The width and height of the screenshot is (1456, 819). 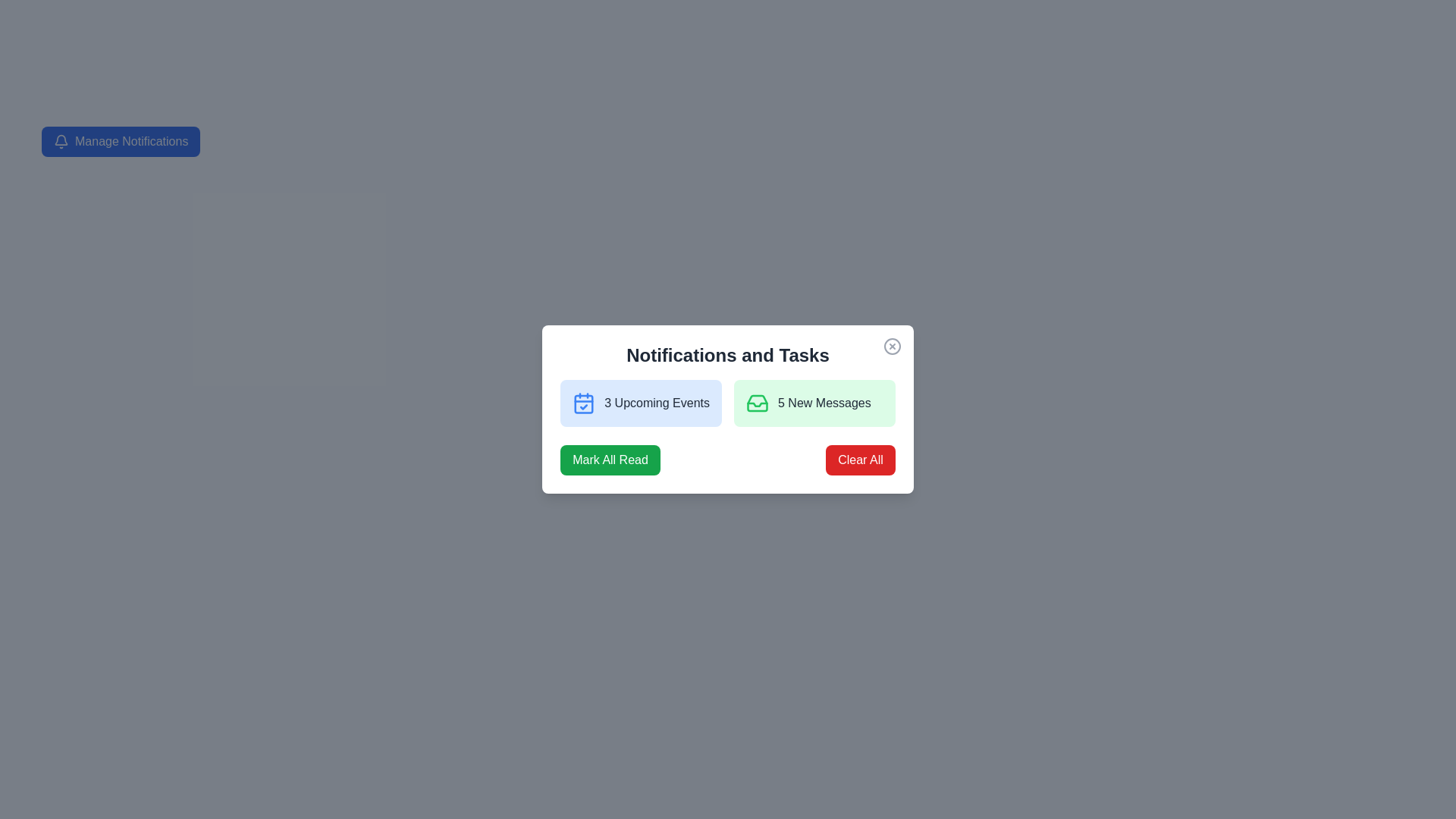 I want to click on the circular close button located at the top right corner of the notification card, so click(x=892, y=346).